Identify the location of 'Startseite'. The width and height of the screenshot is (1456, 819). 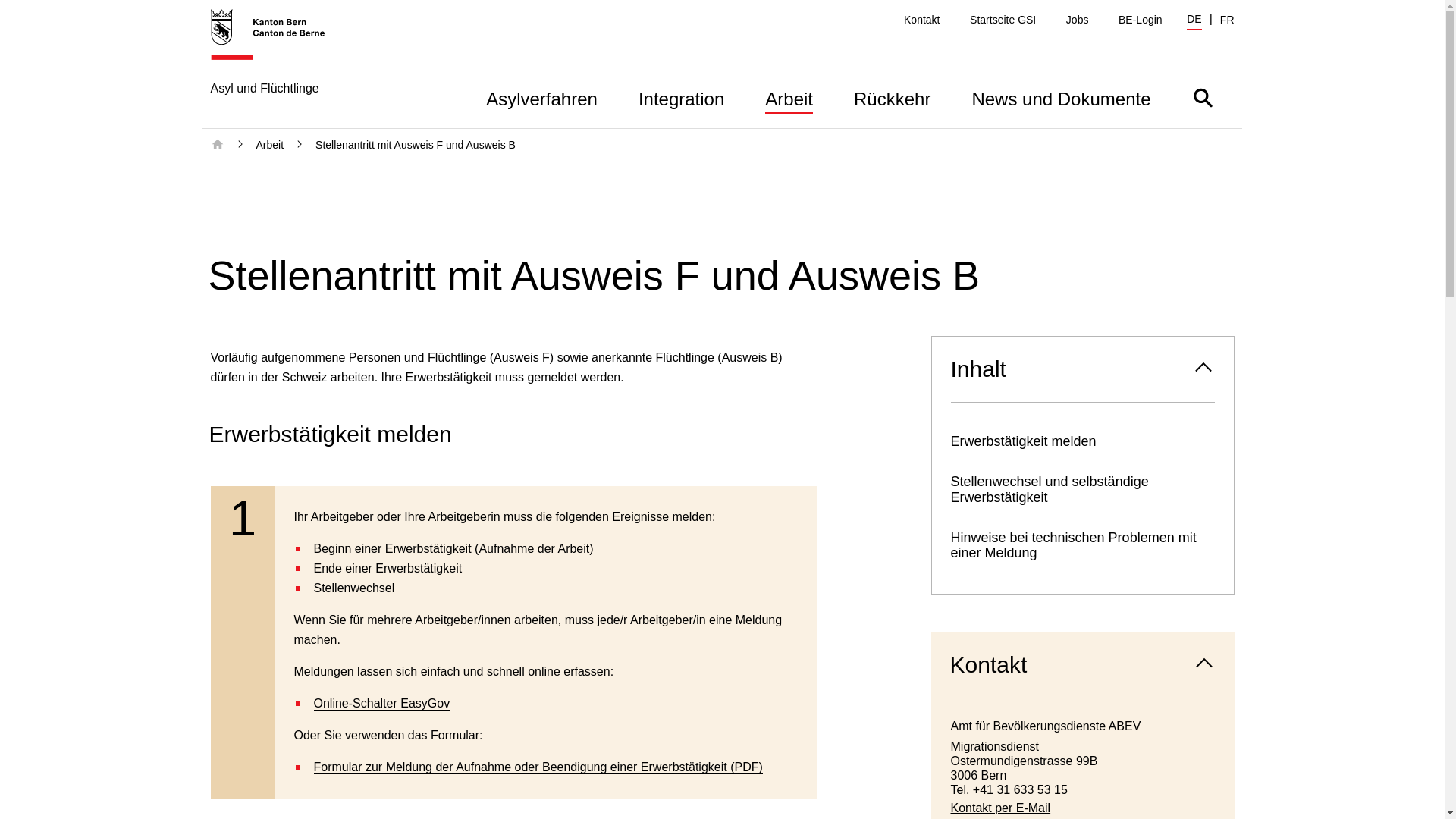
(217, 145).